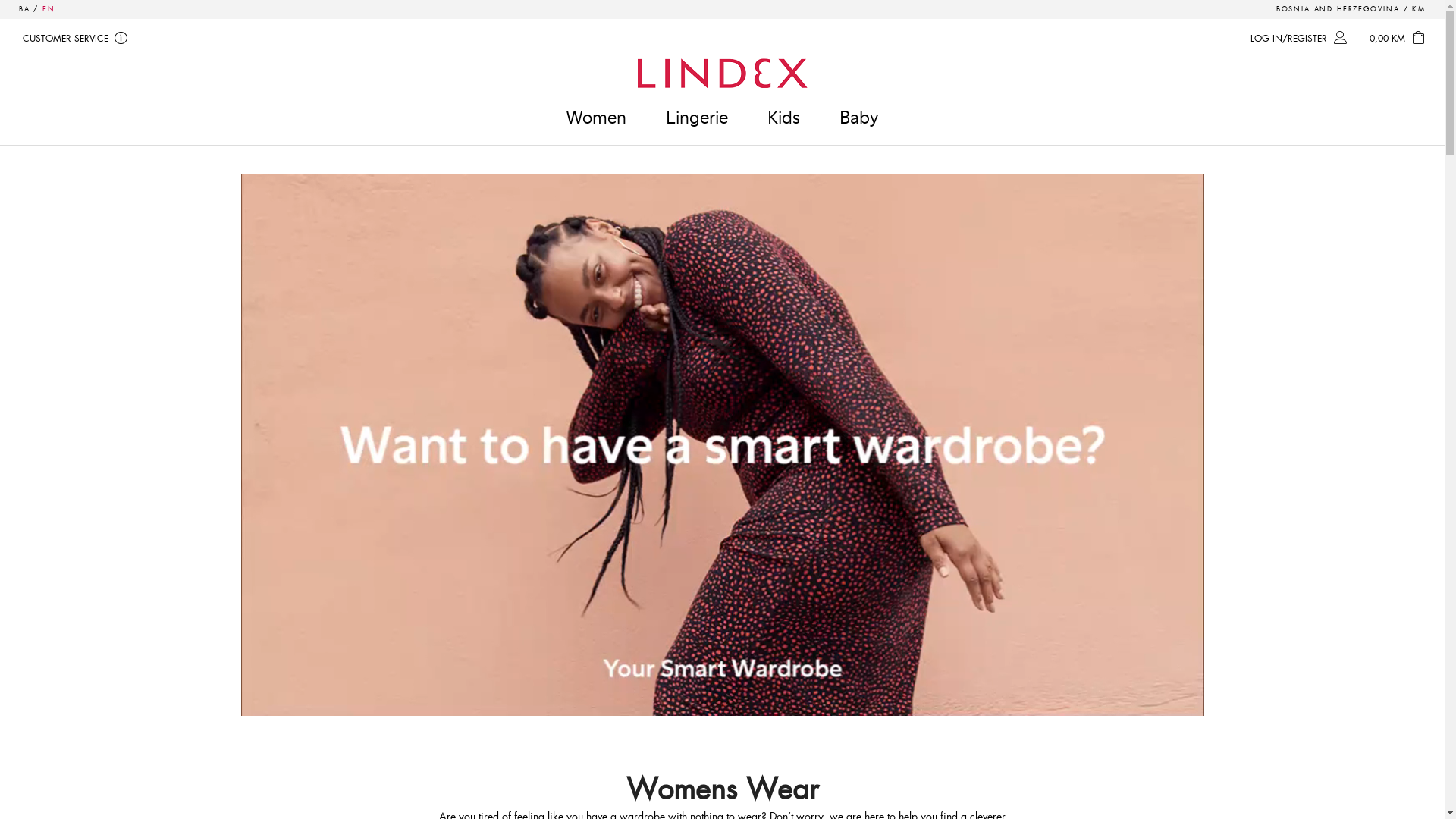 The width and height of the screenshot is (1456, 819). Describe the element at coordinates (648, 116) in the screenshot. I see `'Lingerie'` at that location.